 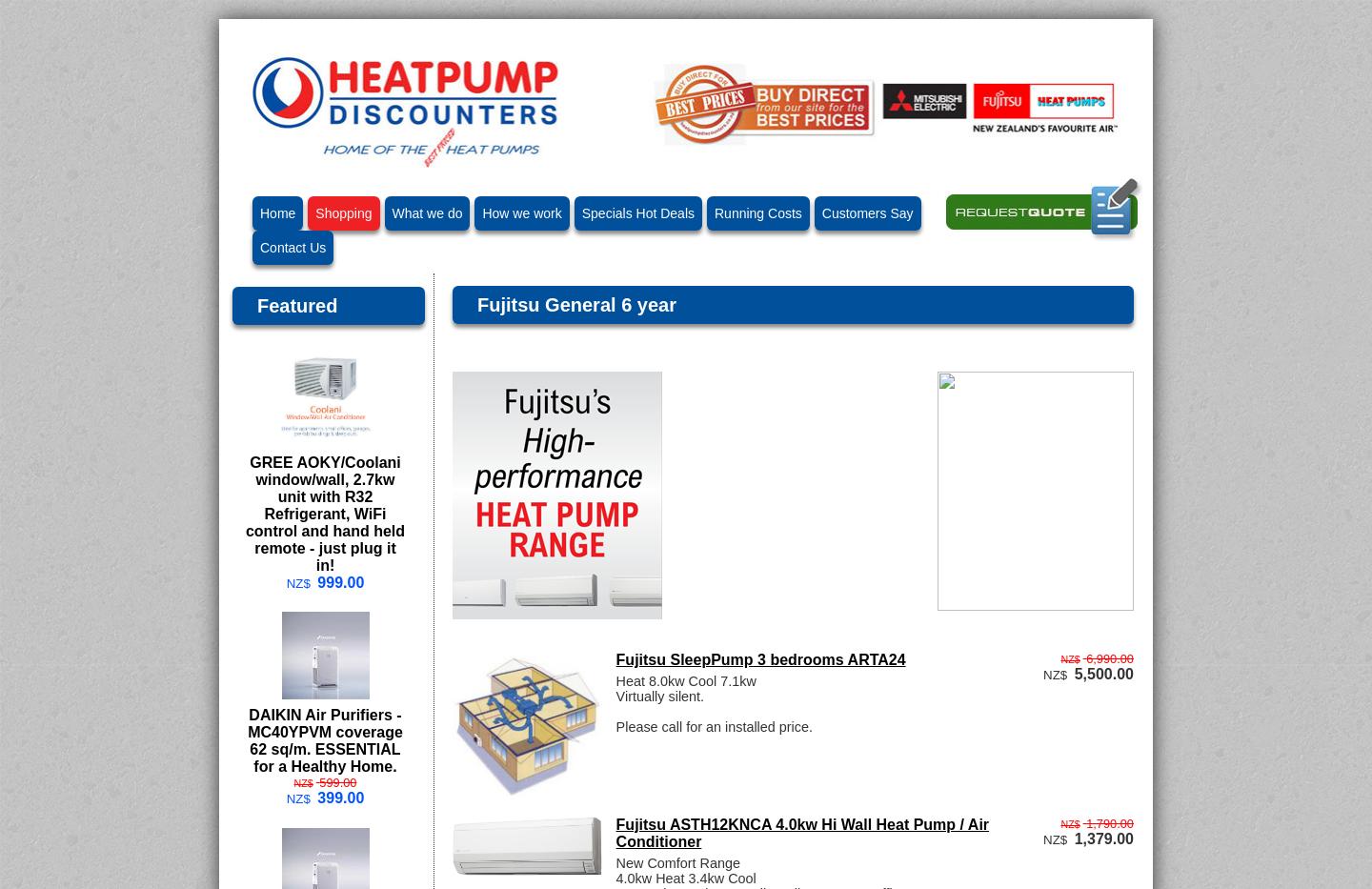 What do you see at coordinates (317, 797) in the screenshot?
I see `'399.00'` at bounding box center [317, 797].